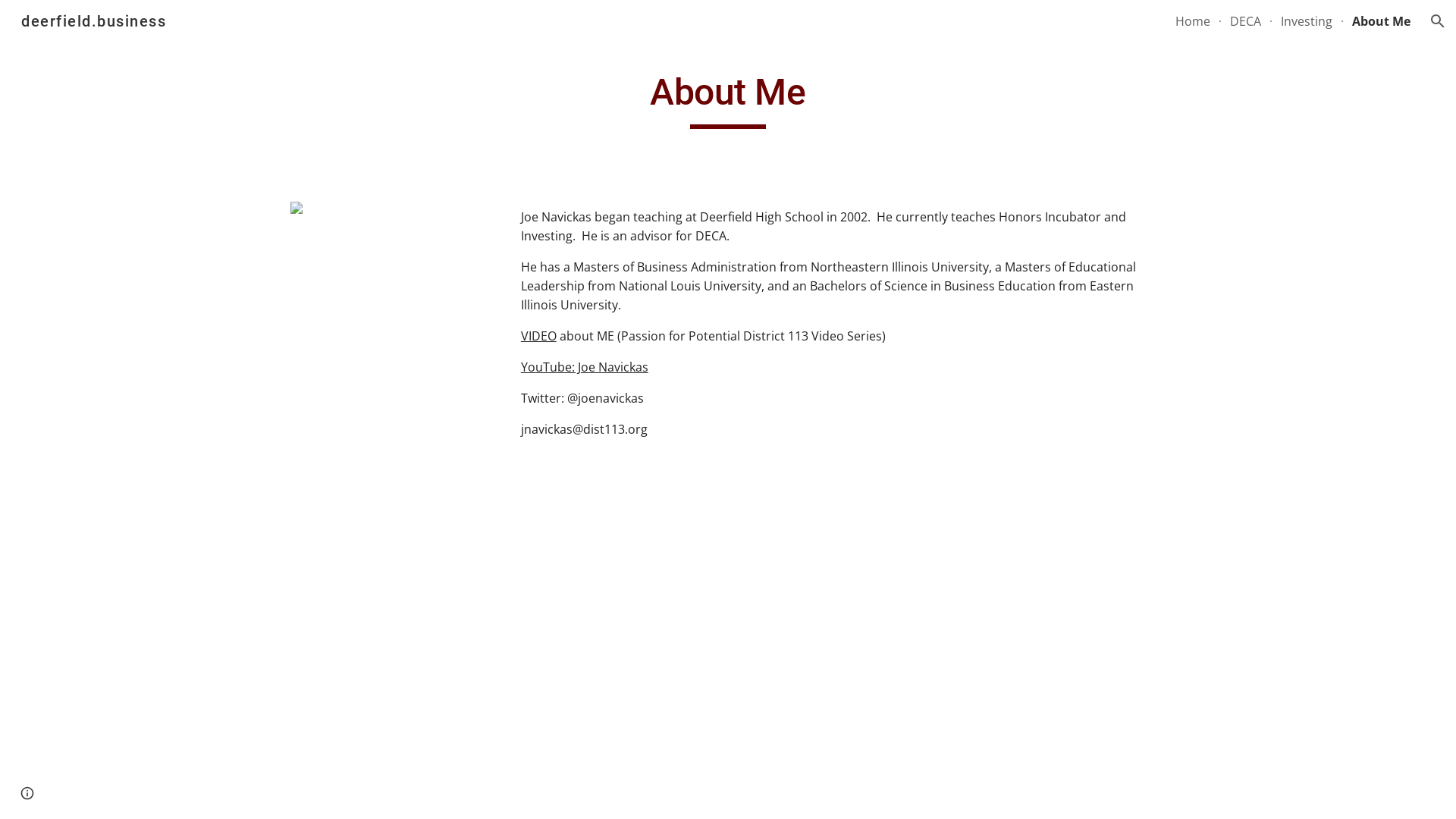 Image resolution: width=1456 pixels, height=819 pixels. I want to click on 'YouTube: Joe Navickas', so click(584, 366).